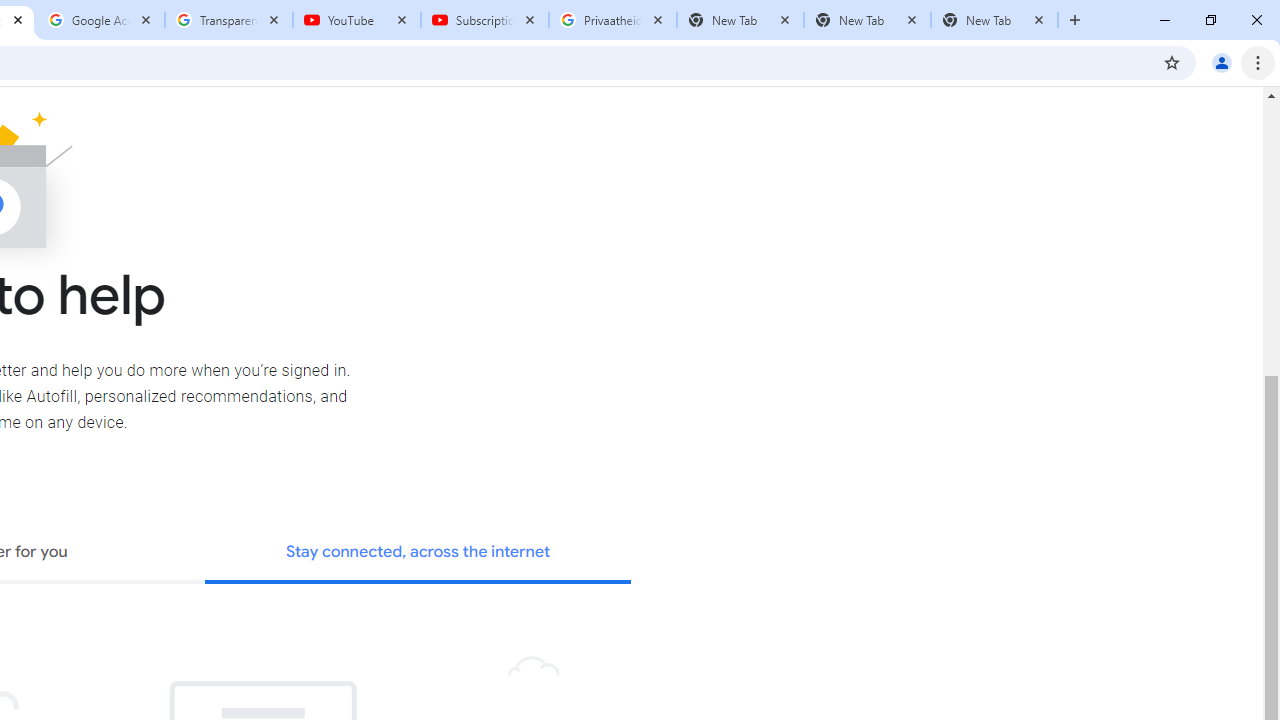 This screenshot has height=720, width=1280. I want to click on 'YouTube', so click(357, 20).